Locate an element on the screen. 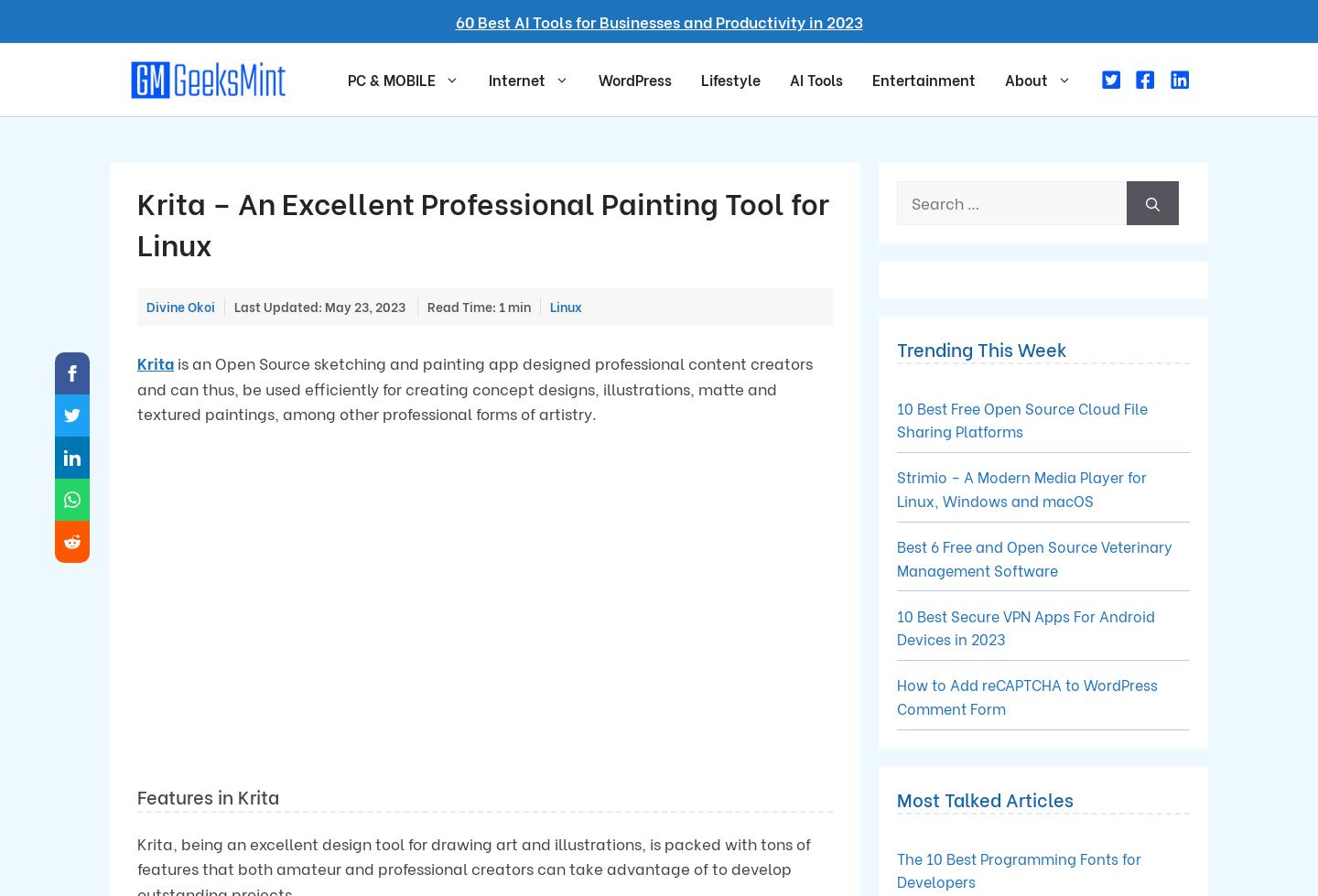 Image resolution: width=1318 pixels, height=896 pixels. 'Features in Krita' is located at coordinates (208, 794).